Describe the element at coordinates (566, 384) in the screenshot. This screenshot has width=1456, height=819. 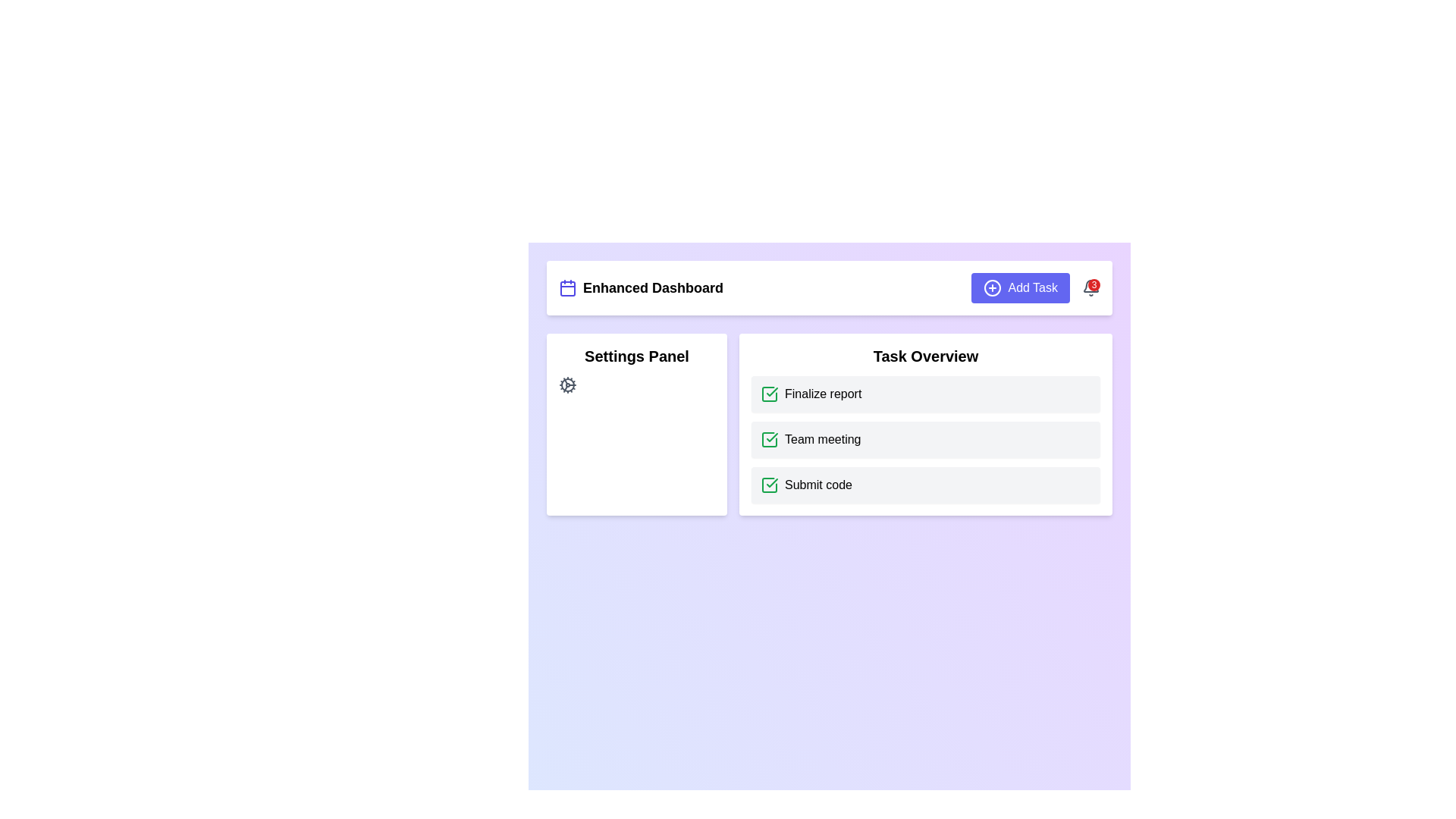
I see `the central circular region of the filled circle inside the gear-shaped configuration icon under the Settings Panel header` at that location.